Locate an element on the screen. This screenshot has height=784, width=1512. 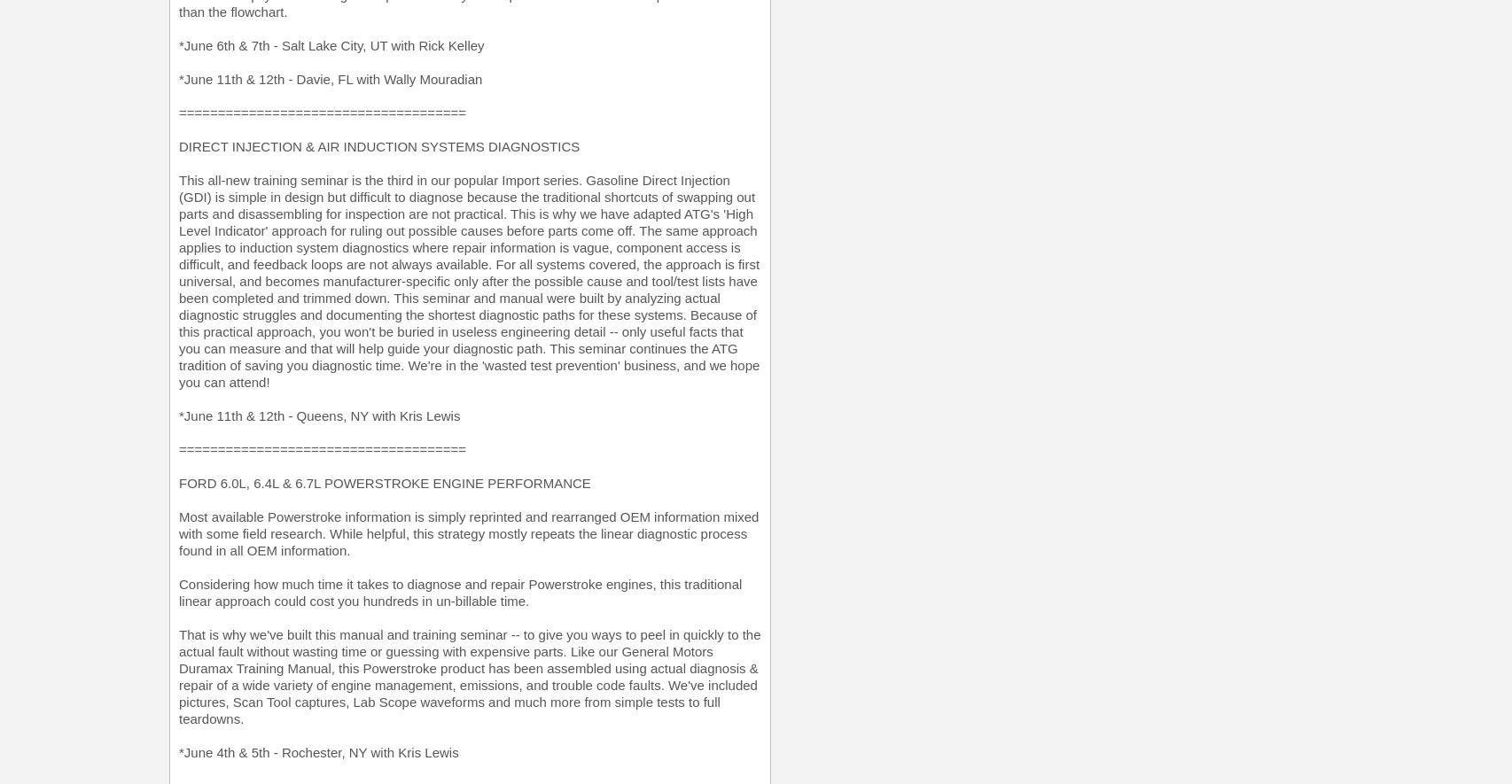
'Most available Powerstroke information is simply reprinted
and rearranged OEM information mixed with some field
research. While helpful, this strategy mostly repeats the
linear diagnostic process found in all OEM information.' is located at coordinates (468, 533).